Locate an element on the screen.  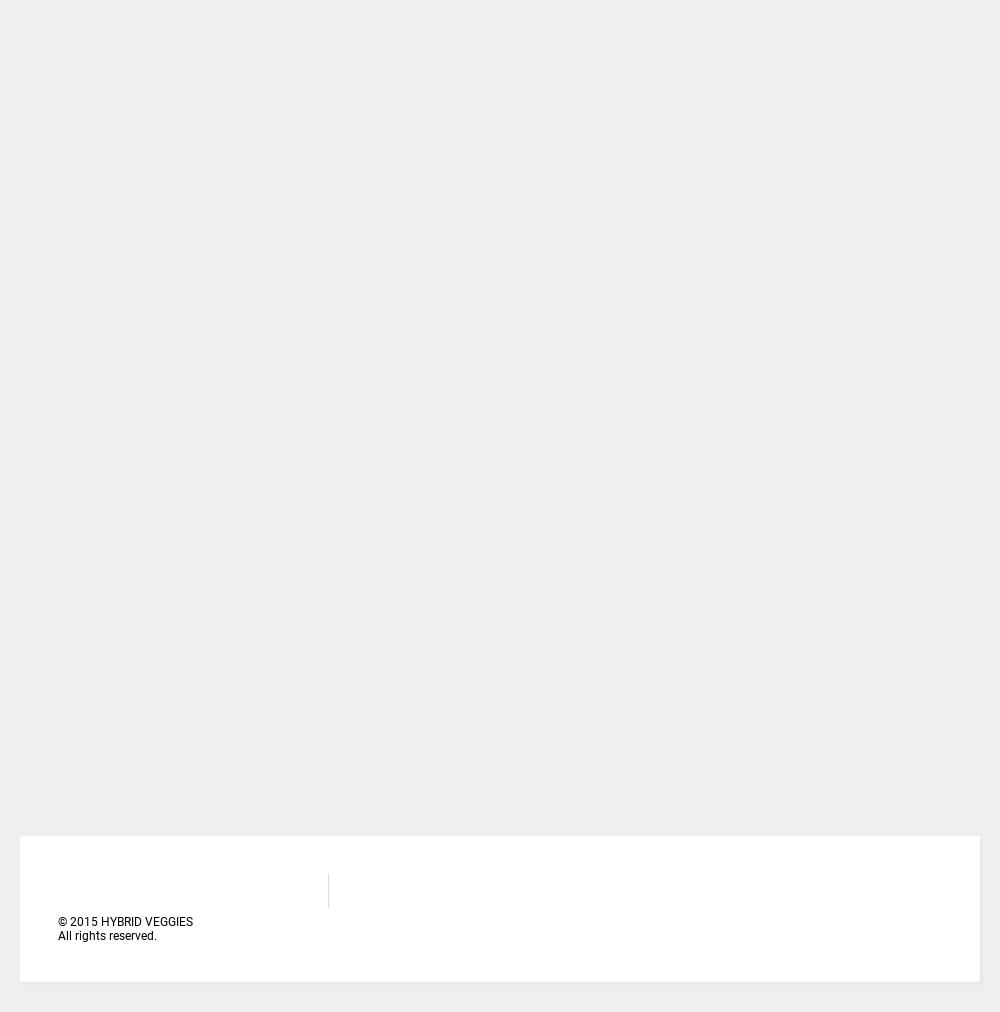
'Tomato seedlings in seedling tray    I have received mails and messages to quickly work on part 2 of this topic. I am sorry; it has been...' is located at coordinates (437, 42).